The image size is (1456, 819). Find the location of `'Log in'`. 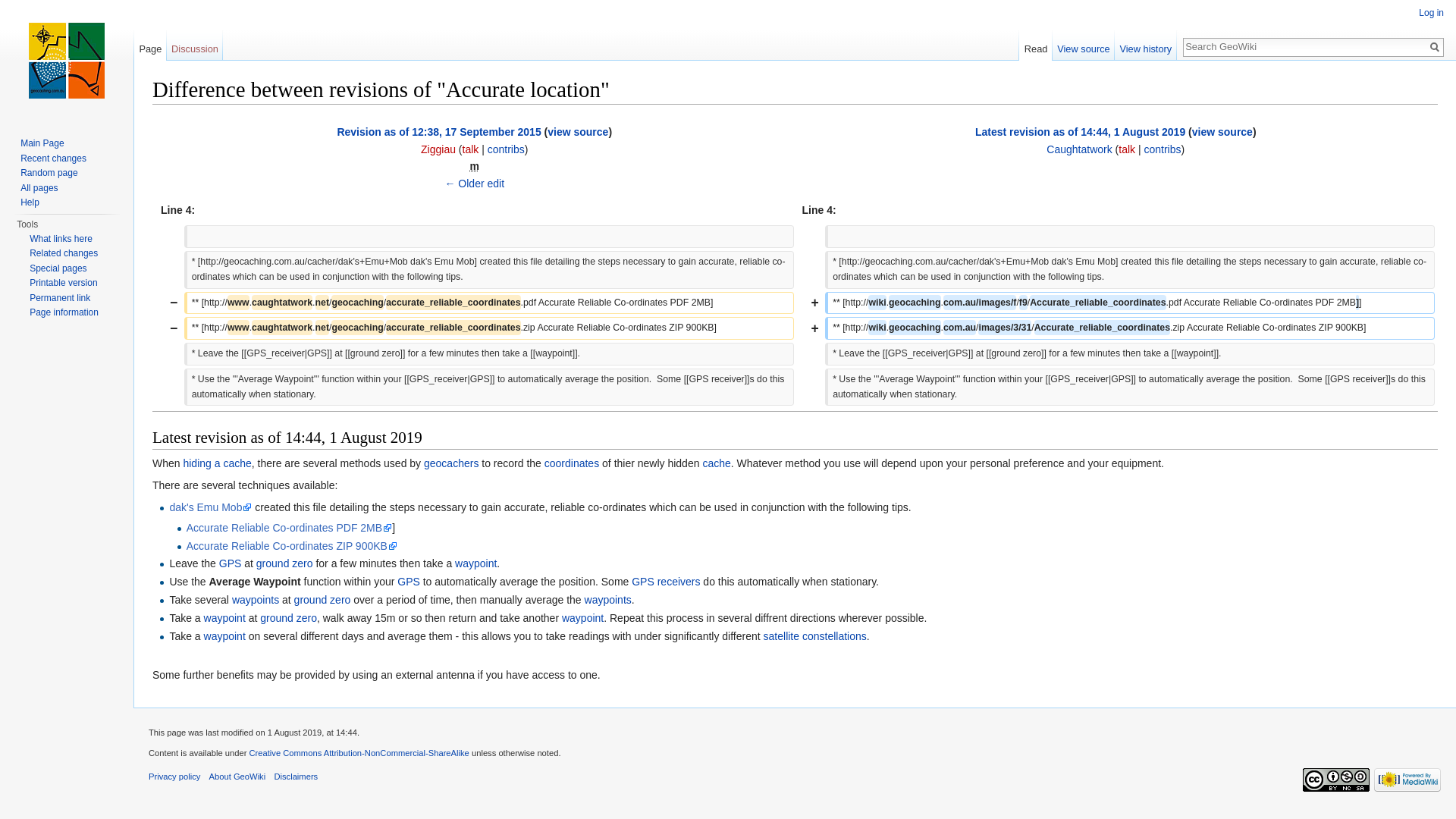

'Log in' is located at coordinates (1430, 12).